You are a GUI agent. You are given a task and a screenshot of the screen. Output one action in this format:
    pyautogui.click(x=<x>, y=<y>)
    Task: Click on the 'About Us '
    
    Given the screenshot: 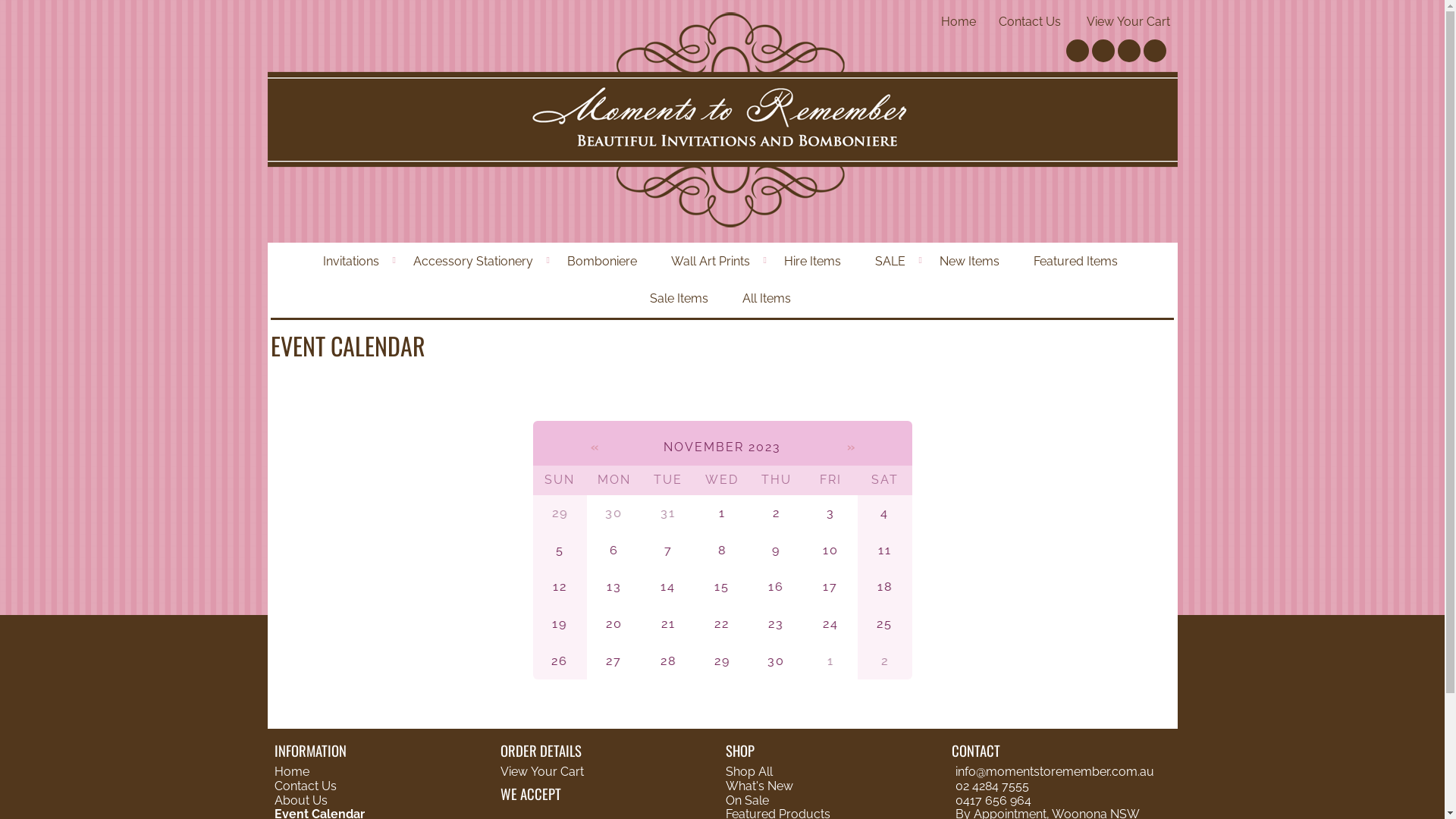 What is the action you would take?
    pyautogui.click(x=302, y=799)
    